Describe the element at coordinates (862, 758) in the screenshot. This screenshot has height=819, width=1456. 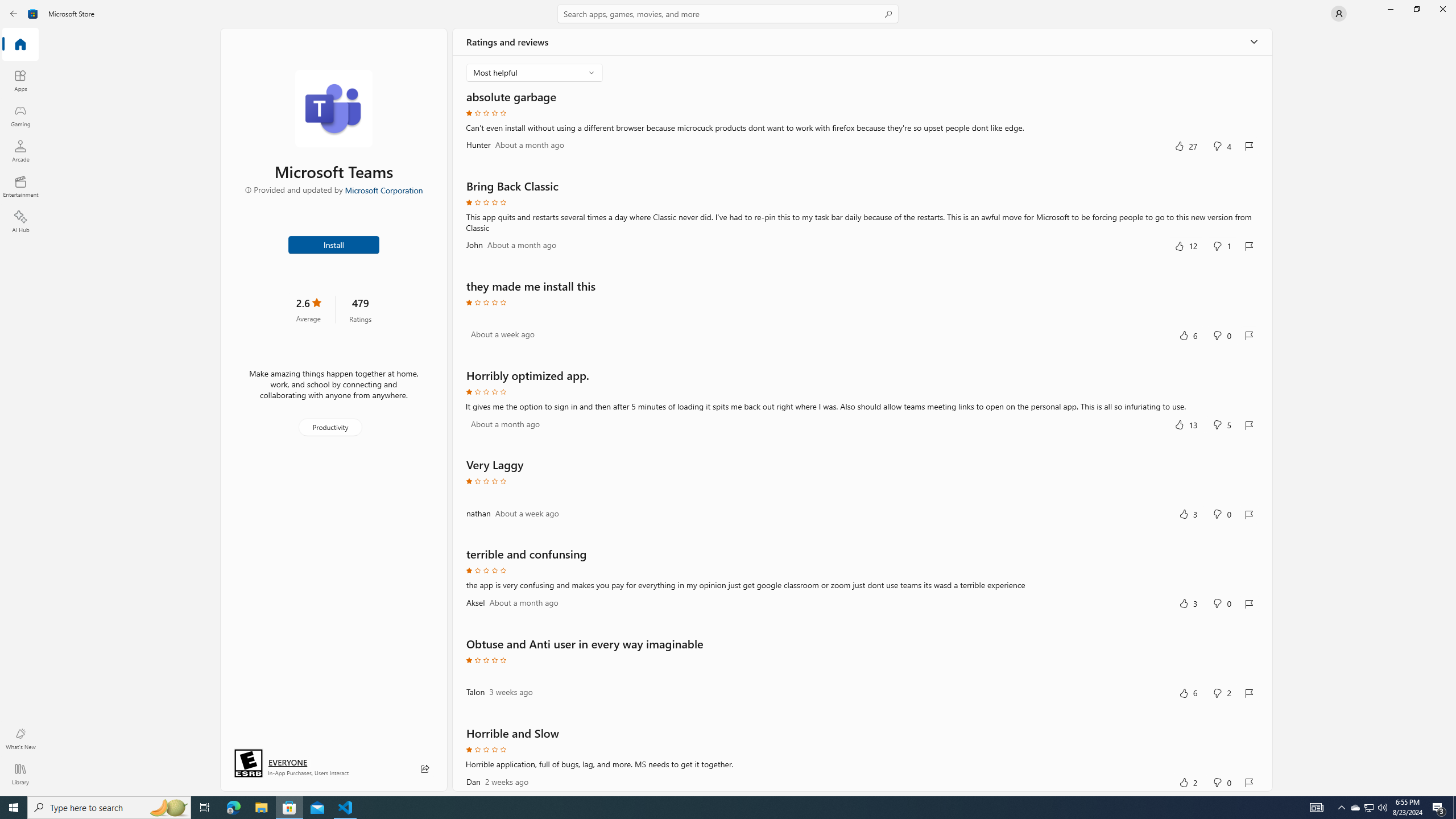
I see `'Review by Dan. Rated 1 out of five stars. Horrible and Slow.'` at that location.